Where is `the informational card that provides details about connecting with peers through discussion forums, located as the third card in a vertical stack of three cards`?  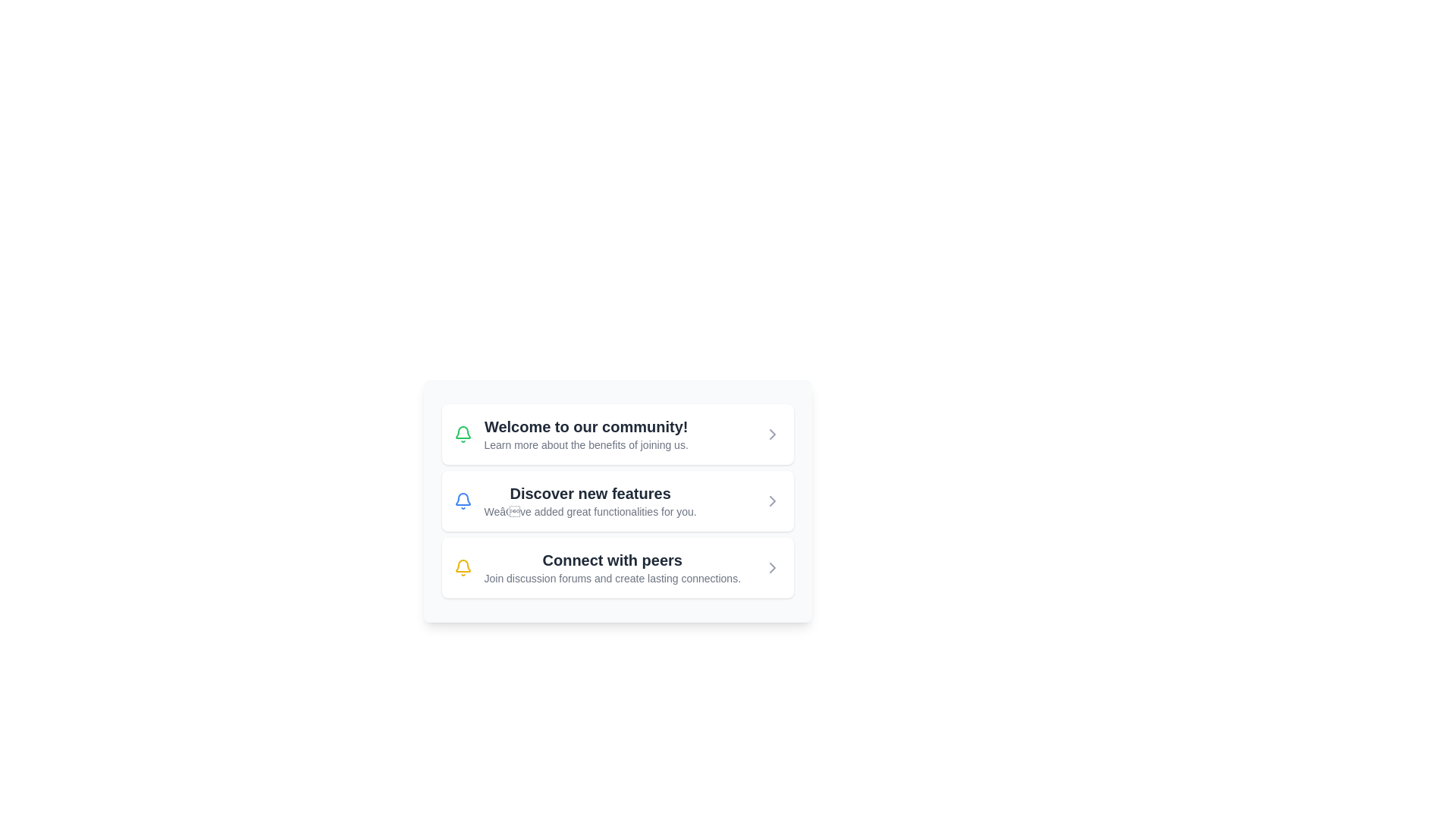
the informational card that provides details about connecting with peers through discussion forums, located as the third card in a vertical stack of three cards is located at coordinates (617, 567).